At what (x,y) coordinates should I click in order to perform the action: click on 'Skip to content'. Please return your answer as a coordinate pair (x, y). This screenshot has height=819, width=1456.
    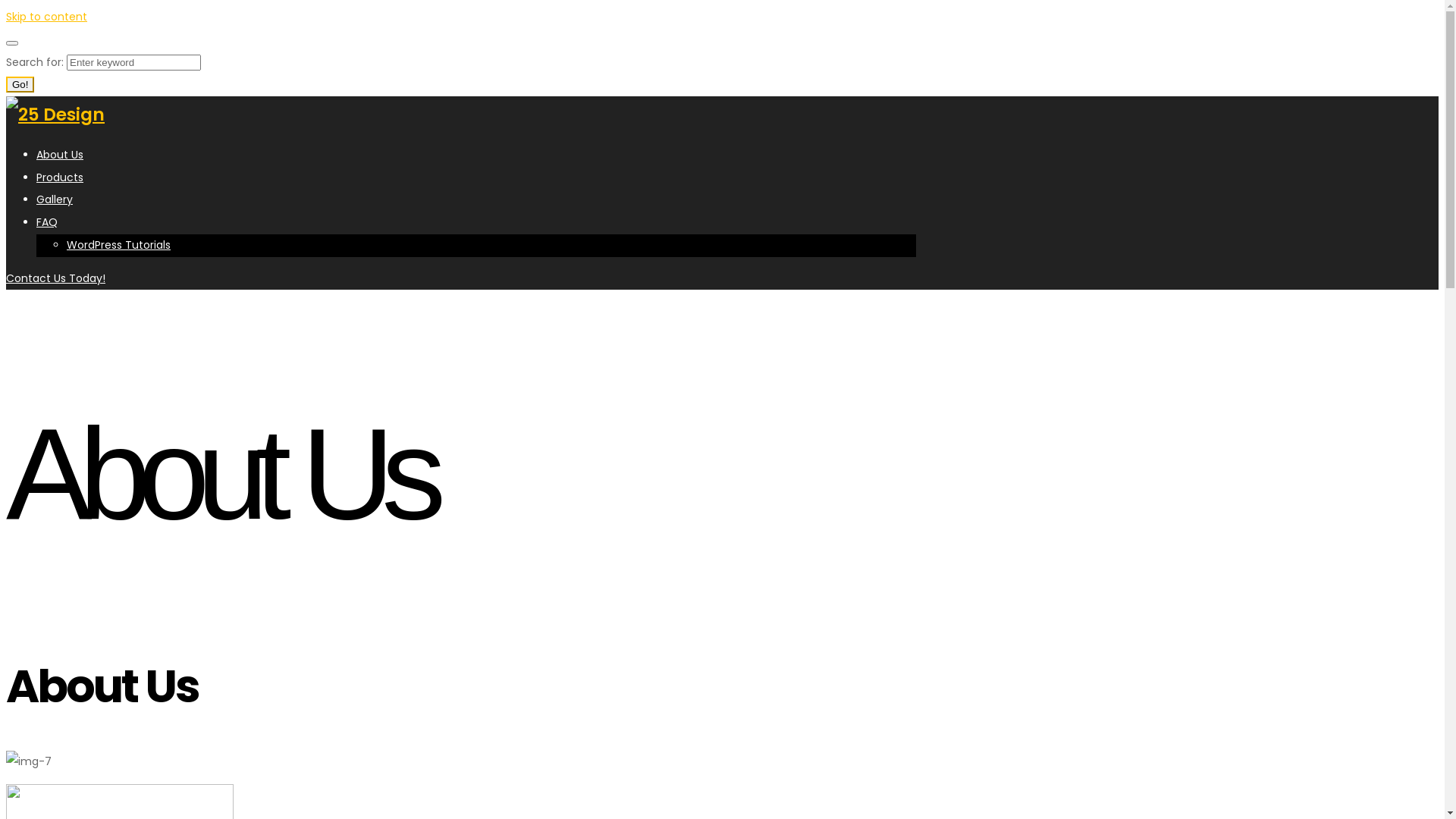
    Looking at the image, I should click on (46, 17).